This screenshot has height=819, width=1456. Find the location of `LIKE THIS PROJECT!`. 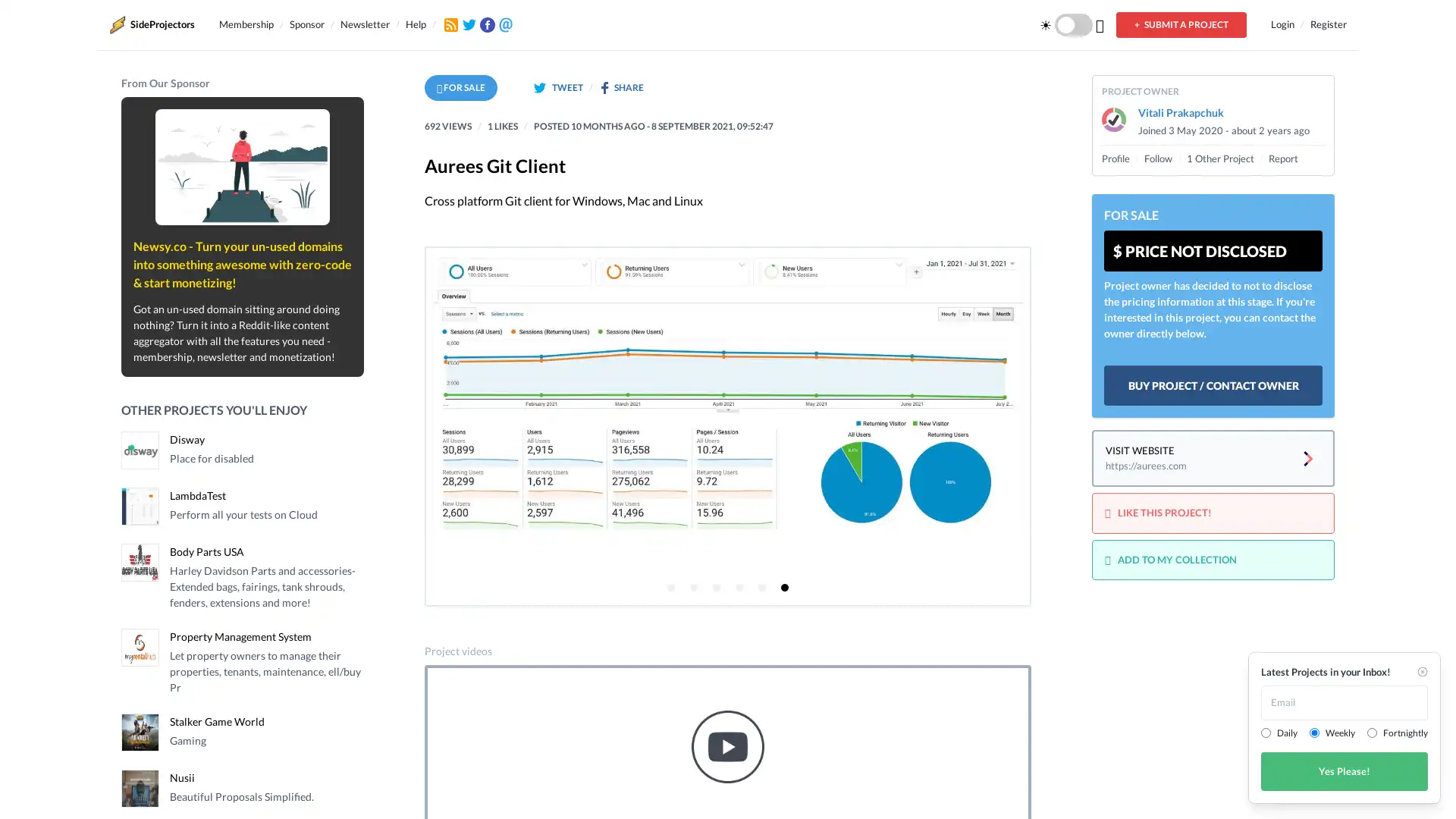

LIKE THIS PROJECT! is located at coordinates (1212, 512).